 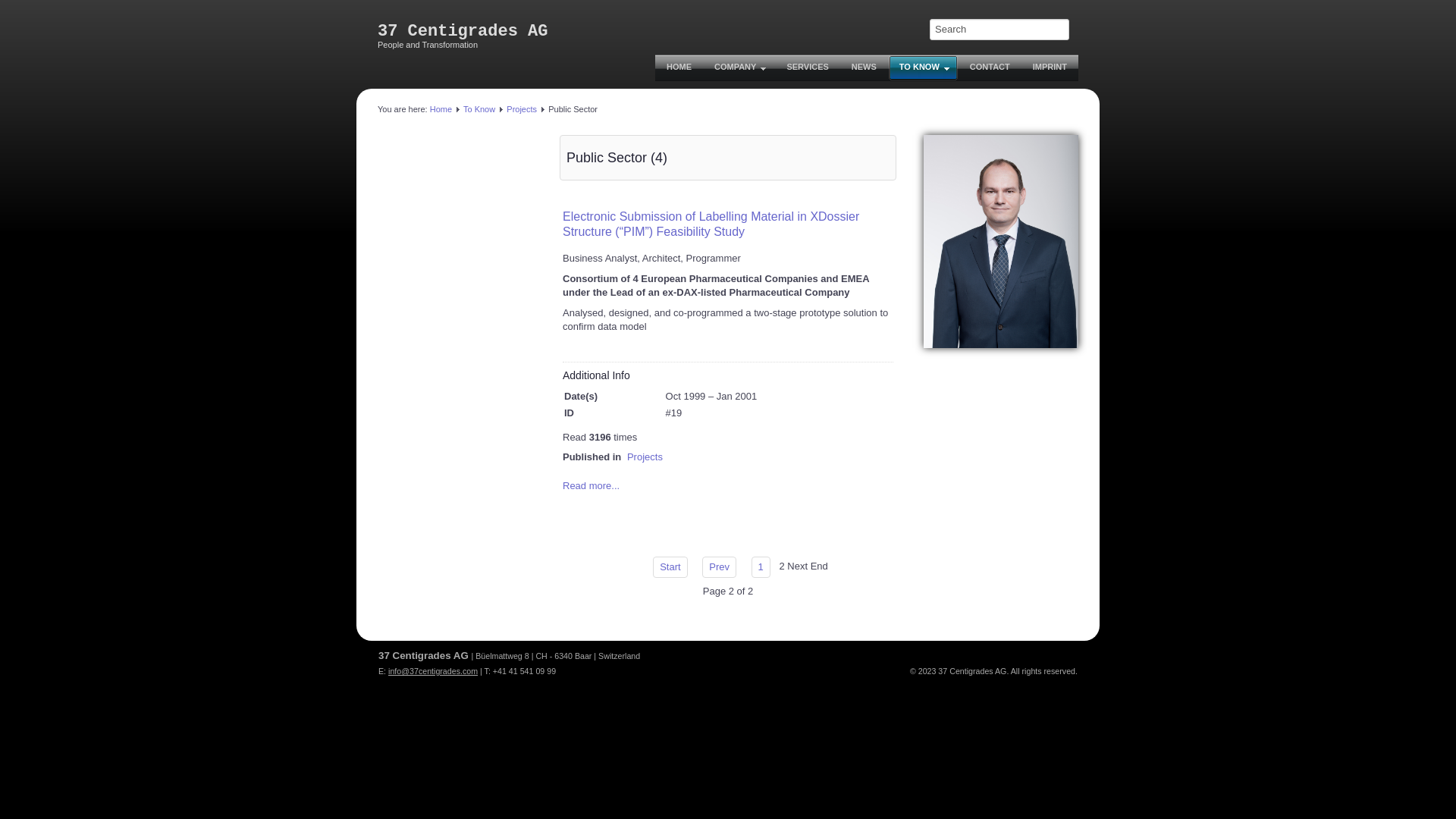 I want to click on 'Start', so click(x=669, y=567).